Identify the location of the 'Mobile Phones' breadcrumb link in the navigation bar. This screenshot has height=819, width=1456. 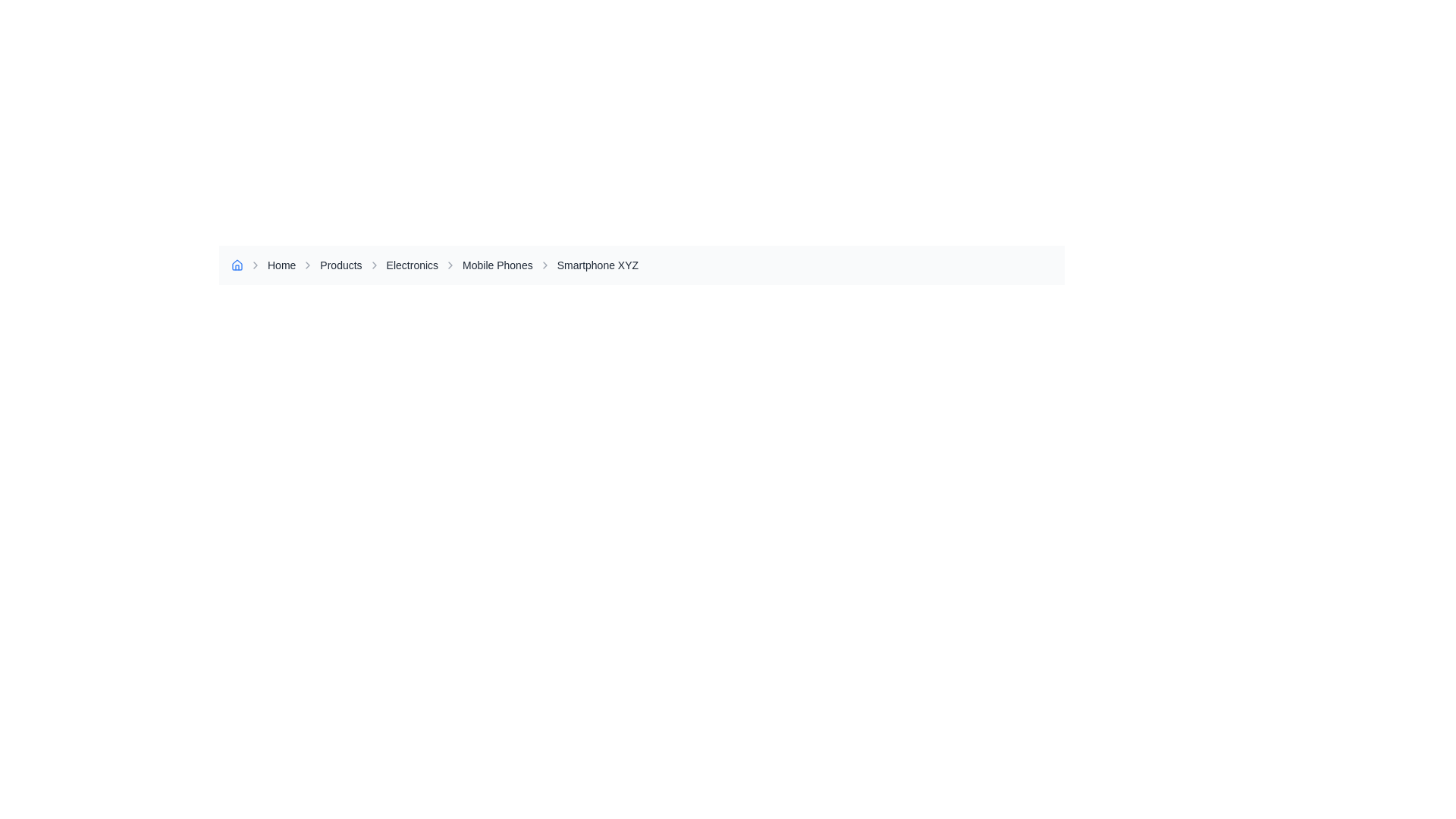
(497, 265).